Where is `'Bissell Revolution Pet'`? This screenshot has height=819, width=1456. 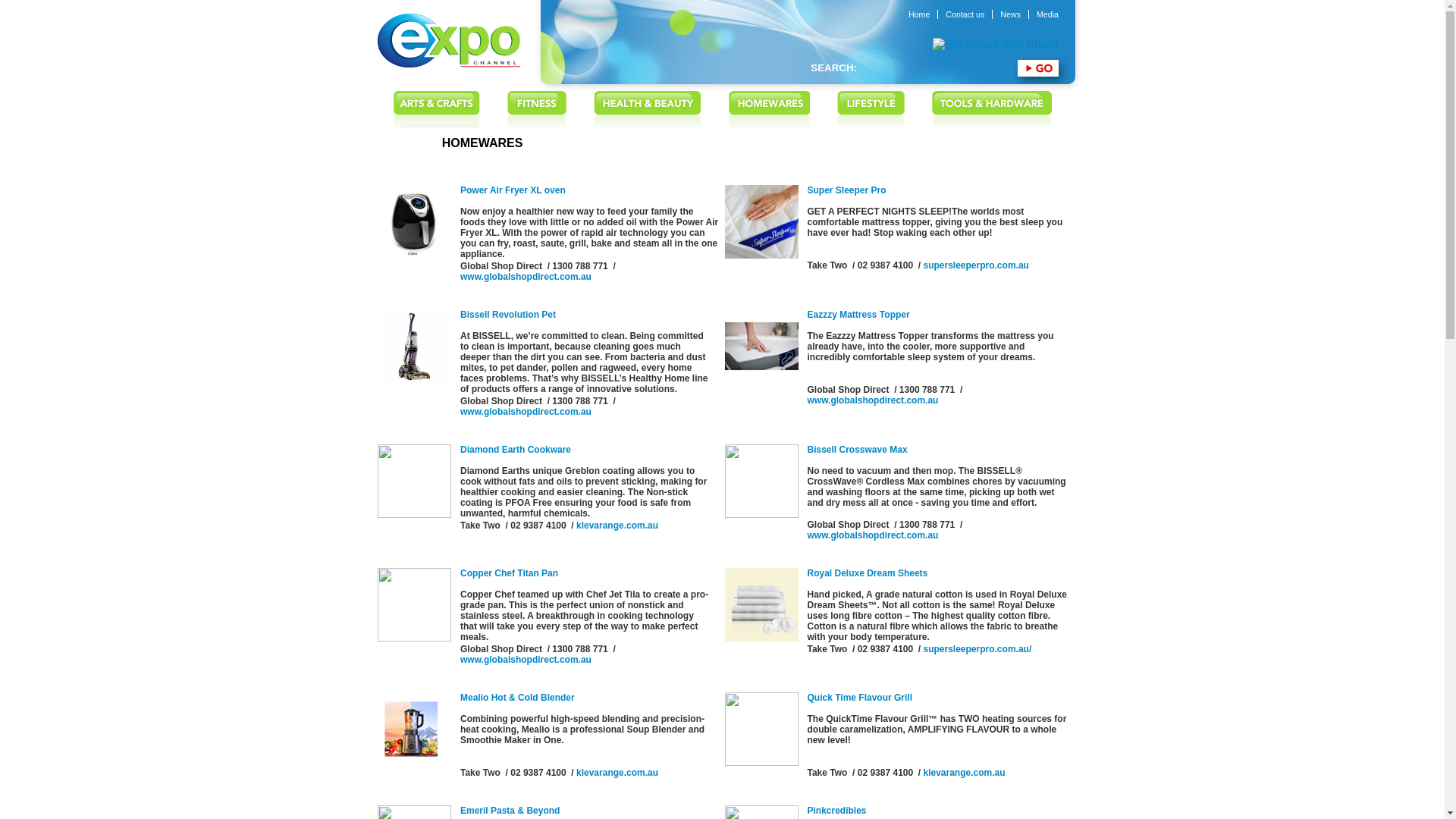 'Bissell Revolution Pet' is located at coordinates (508, 314).